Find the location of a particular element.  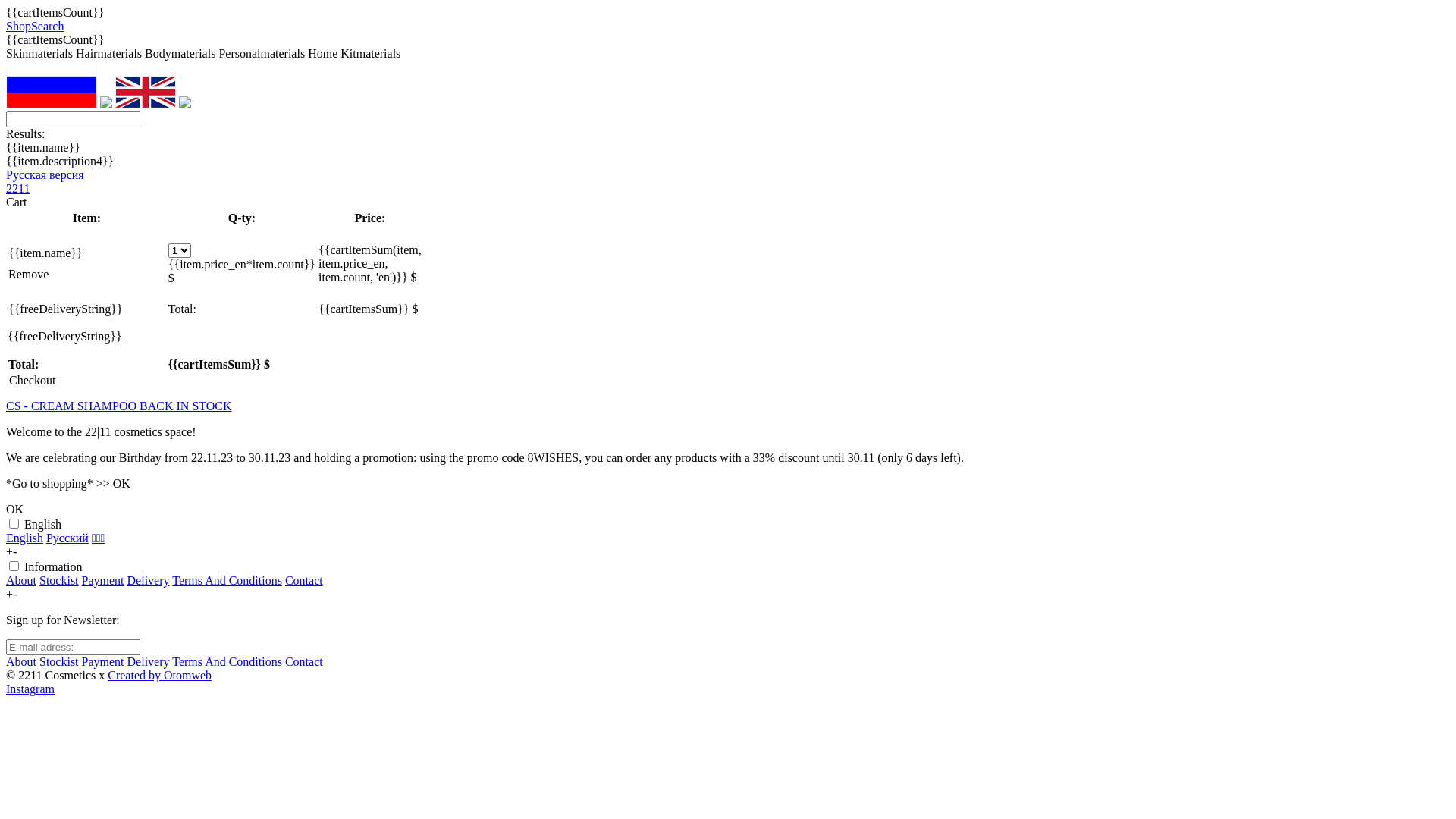

'+-' is located at coordinates (11, 551).